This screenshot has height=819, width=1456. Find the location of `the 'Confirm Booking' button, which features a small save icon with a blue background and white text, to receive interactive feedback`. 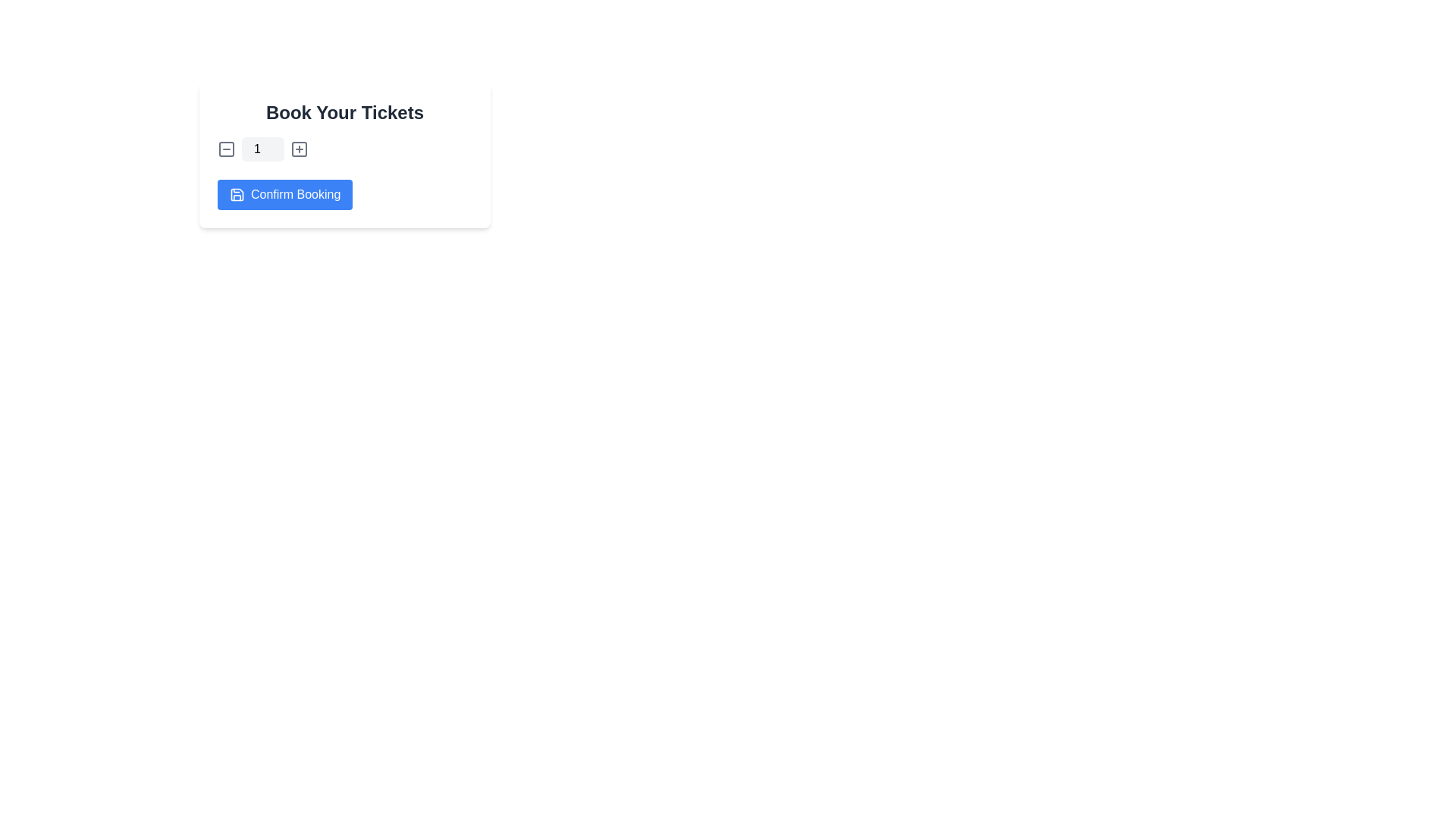

the 'Confirm Booking' button, which features a small save icon with a blue background and white text, to receive interactive feedback is located at coordinates (236, 194).